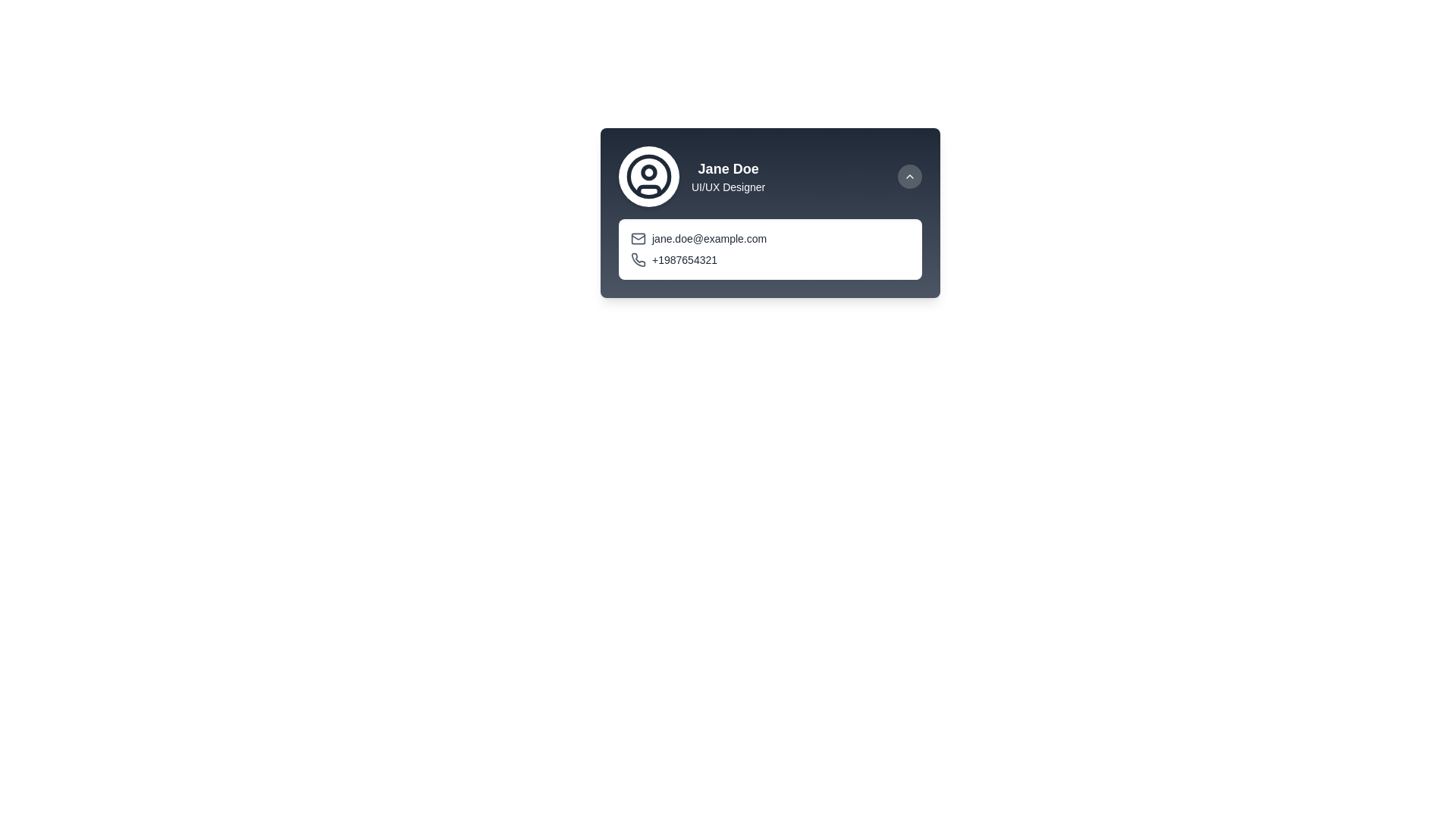 The width and height of the screenshot is (1456, 819). Describe the element at coordinates (728, 186) in the screenshot. I see `the 'UI/UX Designer' text label, which is styled in white against a dark background and positioned below 'Jane Doe' in the card-like UI` at that location.